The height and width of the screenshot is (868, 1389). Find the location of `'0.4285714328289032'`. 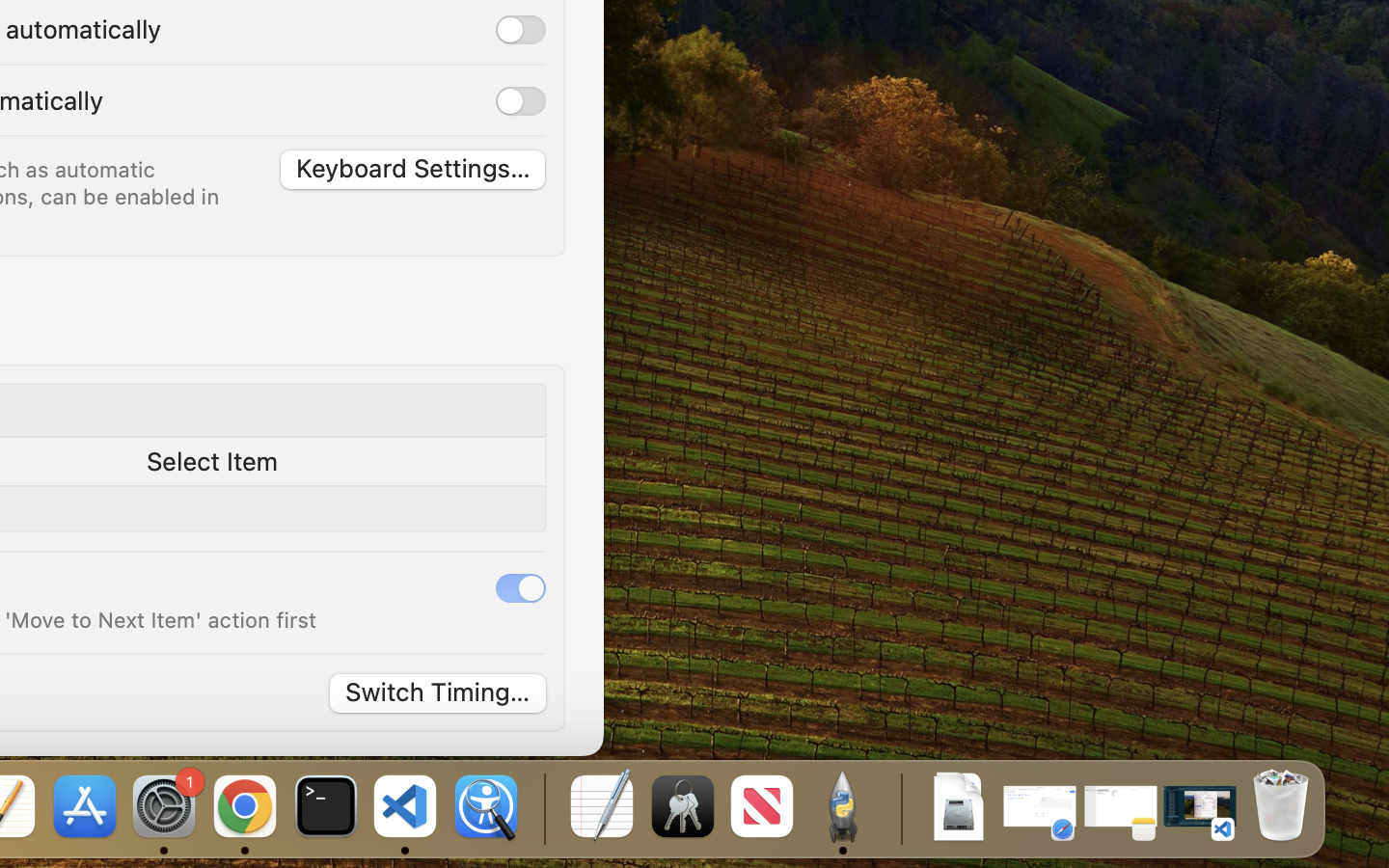

'0.4285714328289032' is located at coordinates (542, 807).